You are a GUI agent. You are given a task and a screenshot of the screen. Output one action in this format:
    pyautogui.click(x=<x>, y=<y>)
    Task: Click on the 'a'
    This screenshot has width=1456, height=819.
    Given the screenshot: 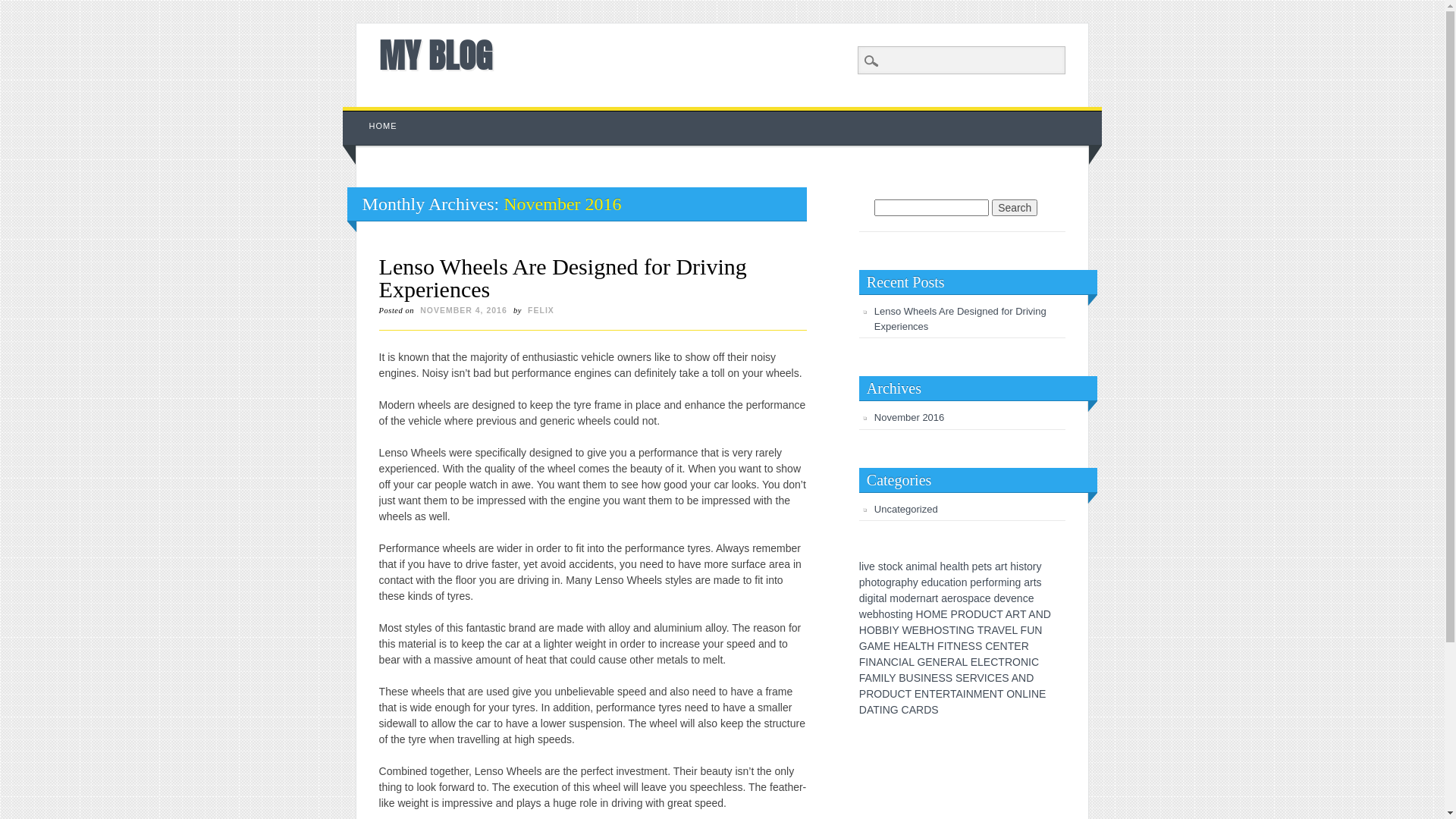 What is the action you would take?
    pyautogui.click(x=946, y=581)
    